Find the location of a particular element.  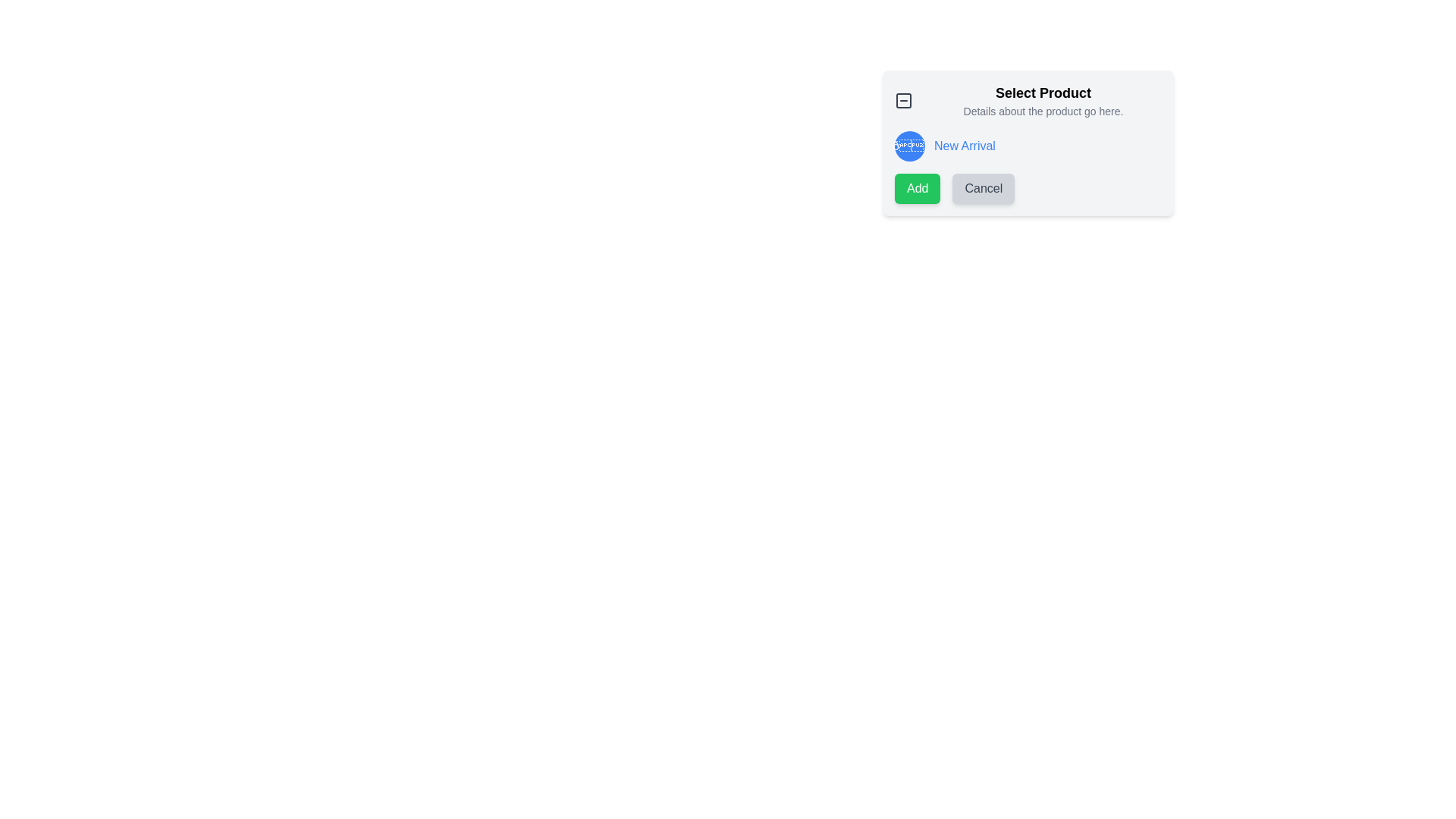

the square icon button with a minus symbol located to the left of the 'Select Product' title text in the popup dialog is located at coordinates (903, 100).